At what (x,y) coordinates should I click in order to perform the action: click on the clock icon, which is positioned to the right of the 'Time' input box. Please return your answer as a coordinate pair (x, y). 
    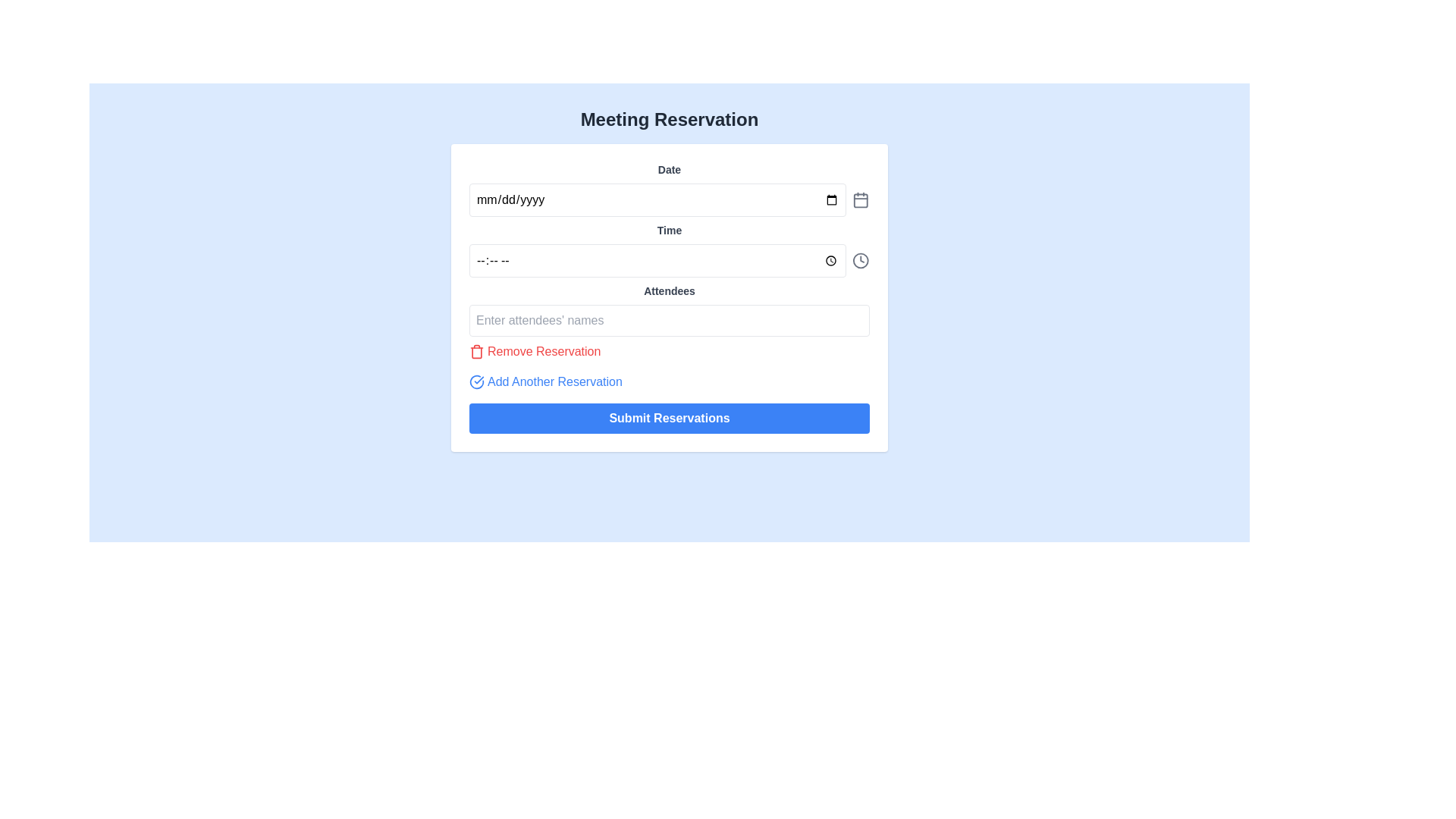
    Looking at the image, I should click on (861, 259).